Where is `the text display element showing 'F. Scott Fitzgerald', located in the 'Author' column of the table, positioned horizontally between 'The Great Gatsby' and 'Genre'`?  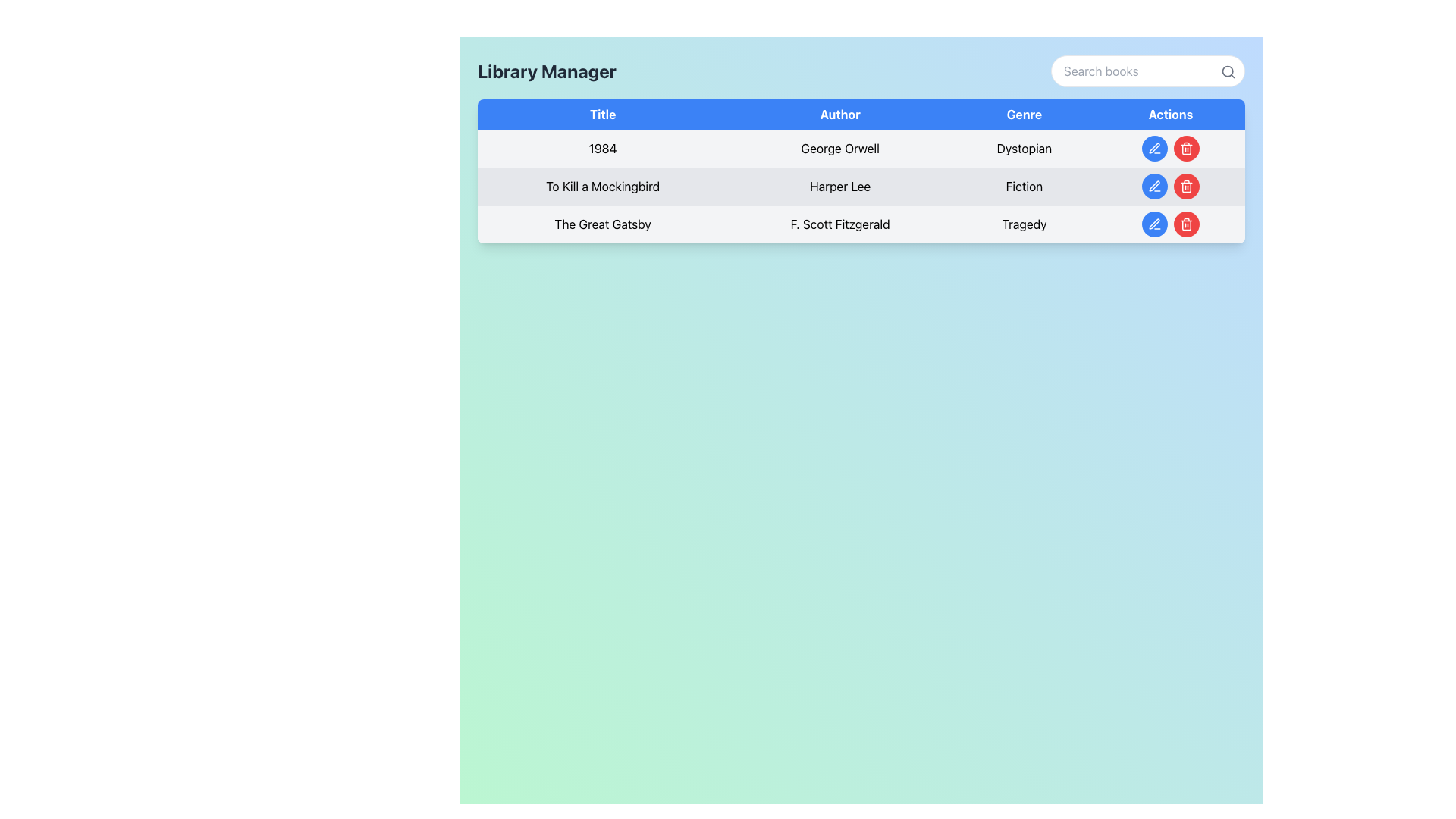
the text display element showing 'F. Scott Fitzgerald', located in the 'Author' column of the table, positioned horizontally between 'The Great Gatsby' and 'Genre' is located at coordinates (839, 224).